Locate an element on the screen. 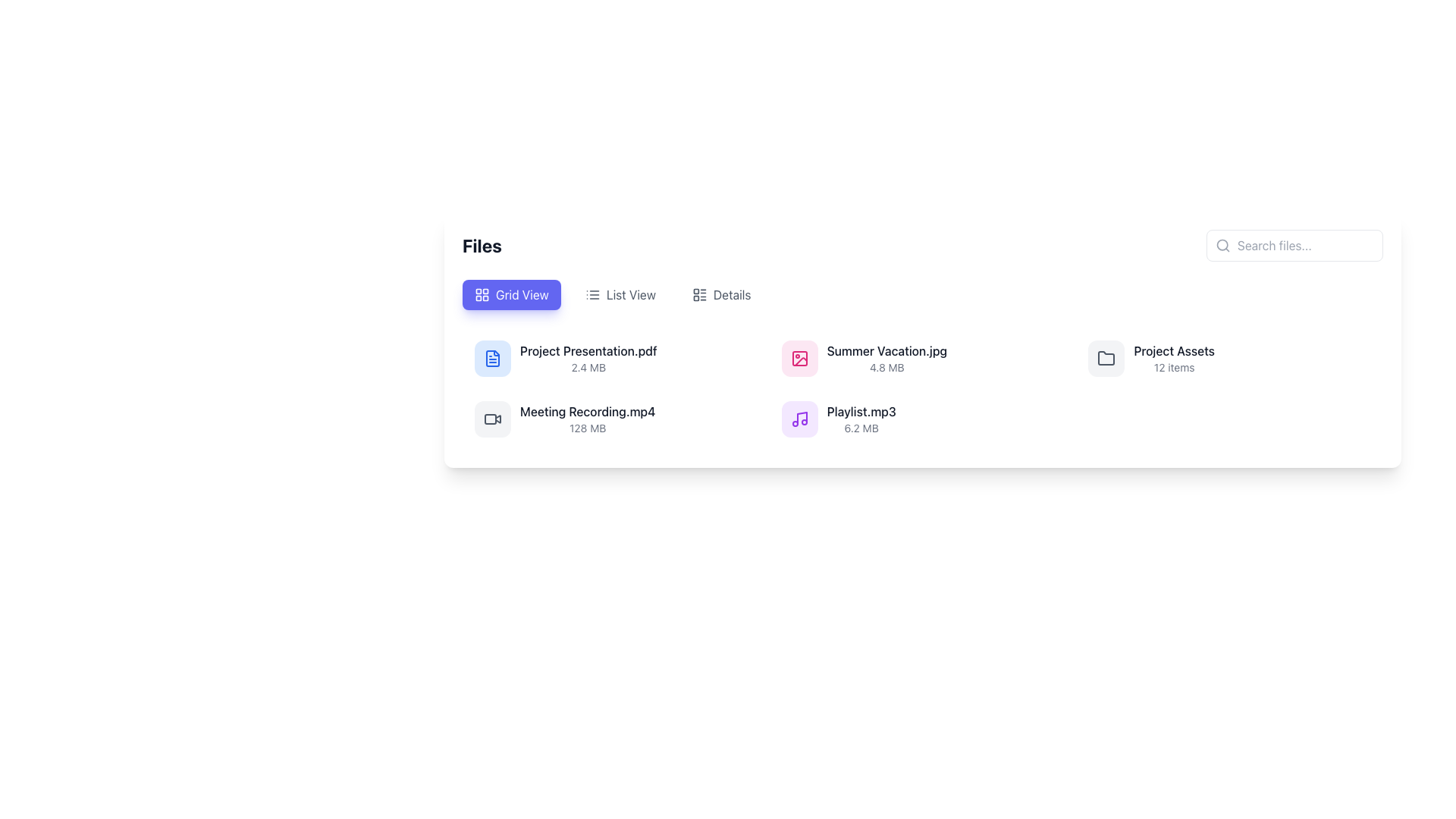  the 'Meeting Recording.mp4' file item, which has a video icon and is located in the grid view under the 'Files' section is located at coordinates (616, 419).